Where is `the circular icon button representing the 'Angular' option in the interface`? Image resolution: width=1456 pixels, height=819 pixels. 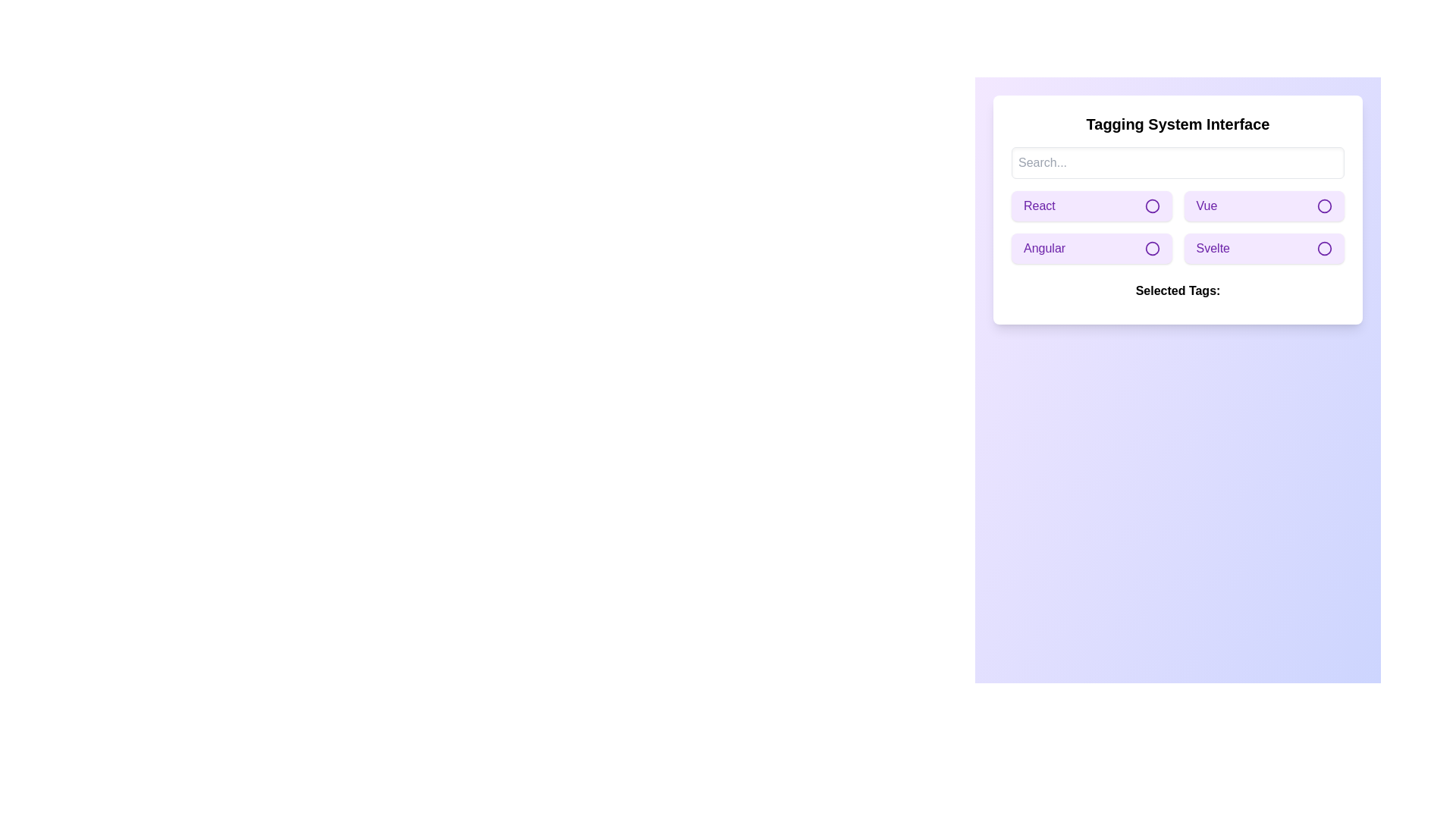
the circular icon button representing the 'Angular' option in the interface is located at coordinates (1152, 247).